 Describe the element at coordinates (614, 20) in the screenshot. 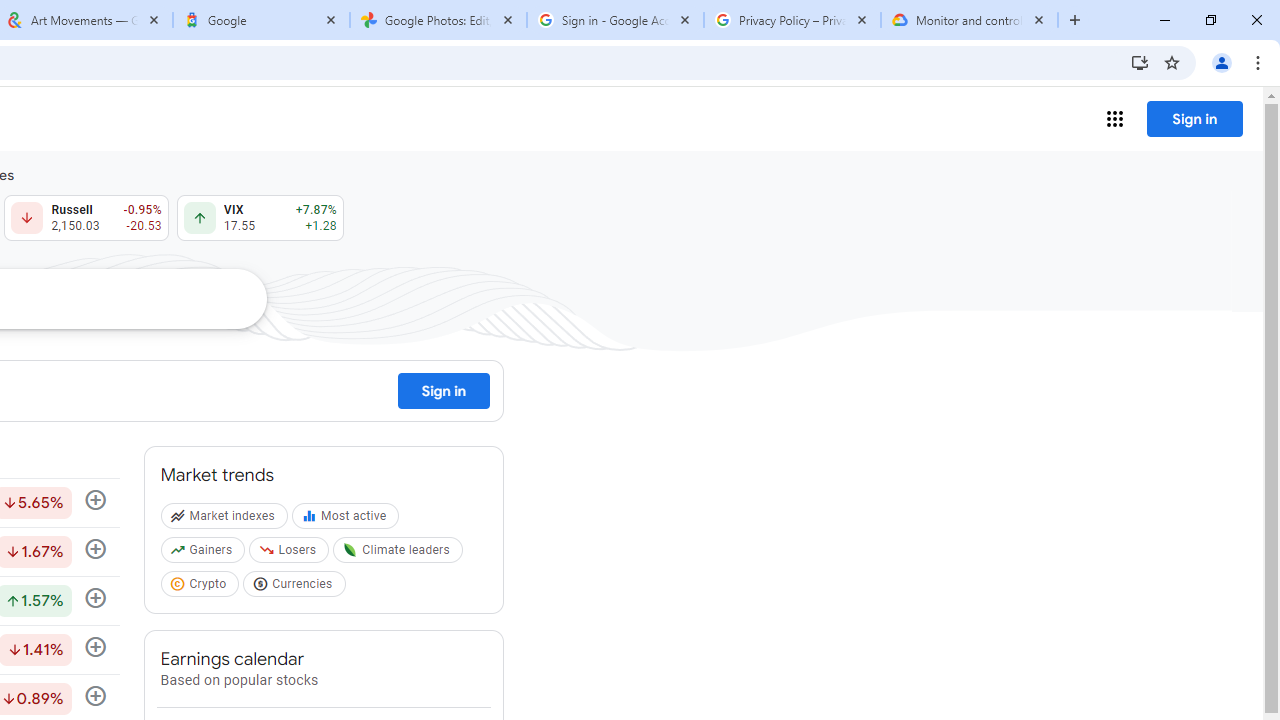

I see `'Sign in - Google Accounts'` at that location.